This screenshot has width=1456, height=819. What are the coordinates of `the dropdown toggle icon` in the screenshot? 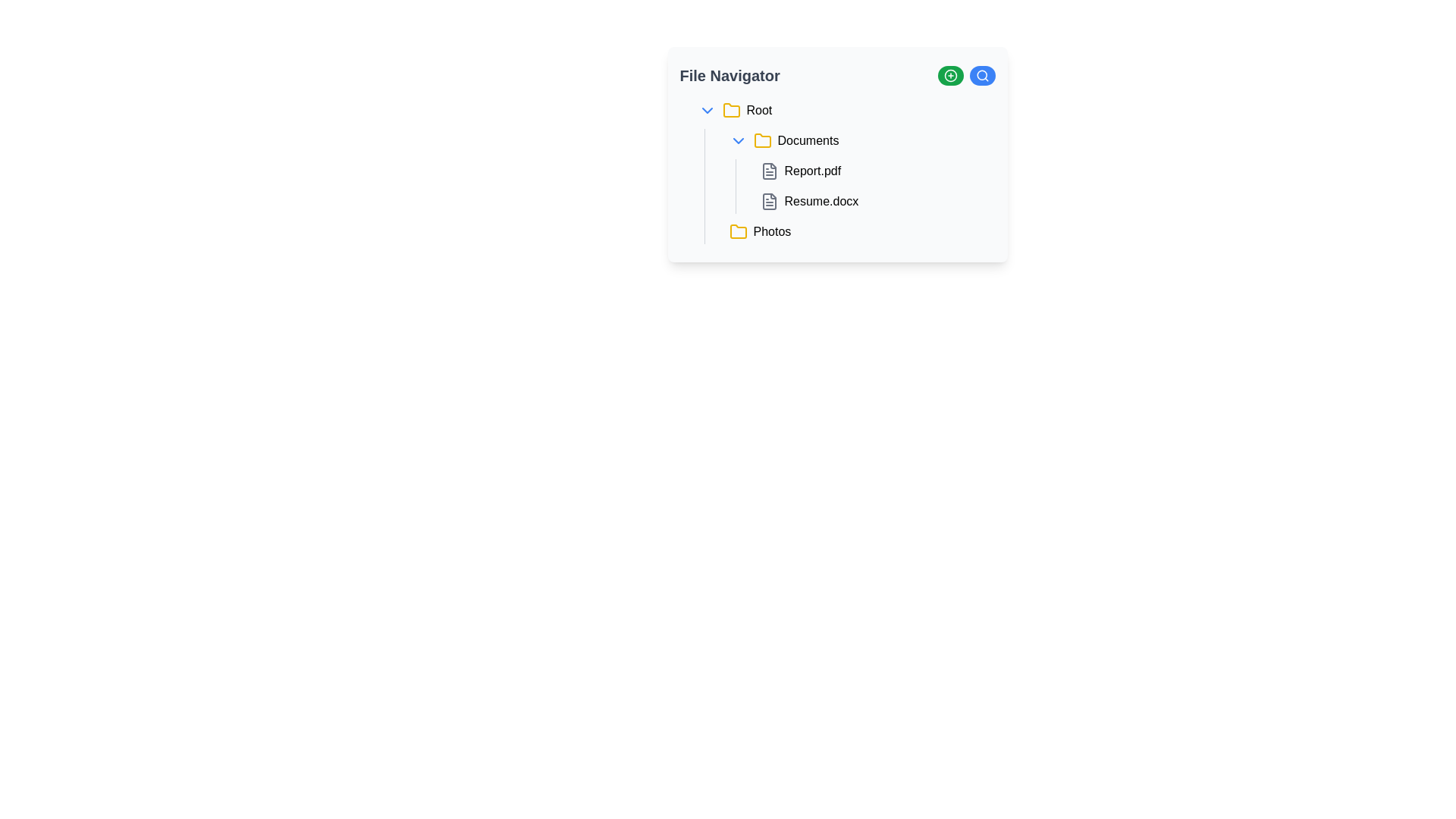 It's located at (738, 140).